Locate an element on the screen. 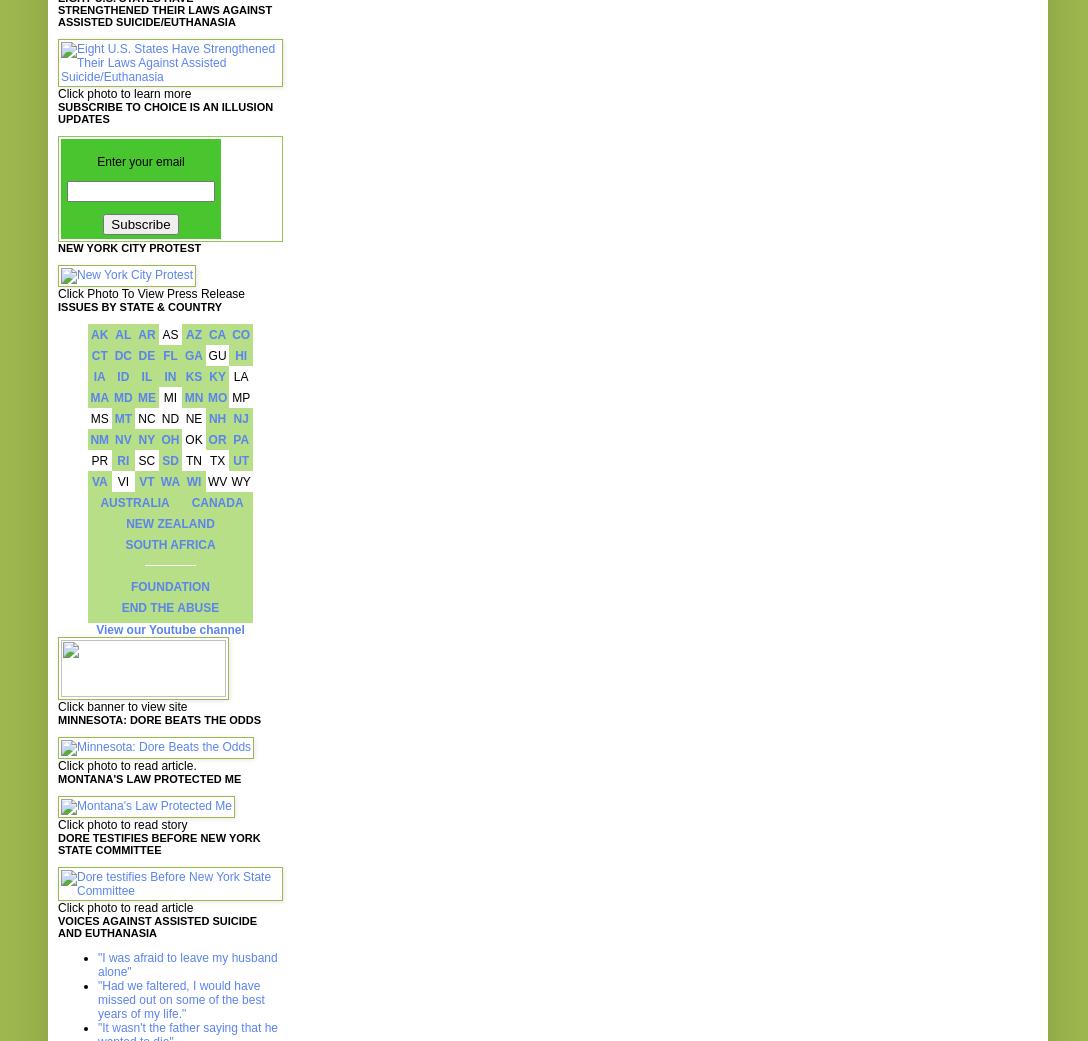 The width and height of the screenshot is (1088, 1041). 'MO' is located at coordinates (215, 397).